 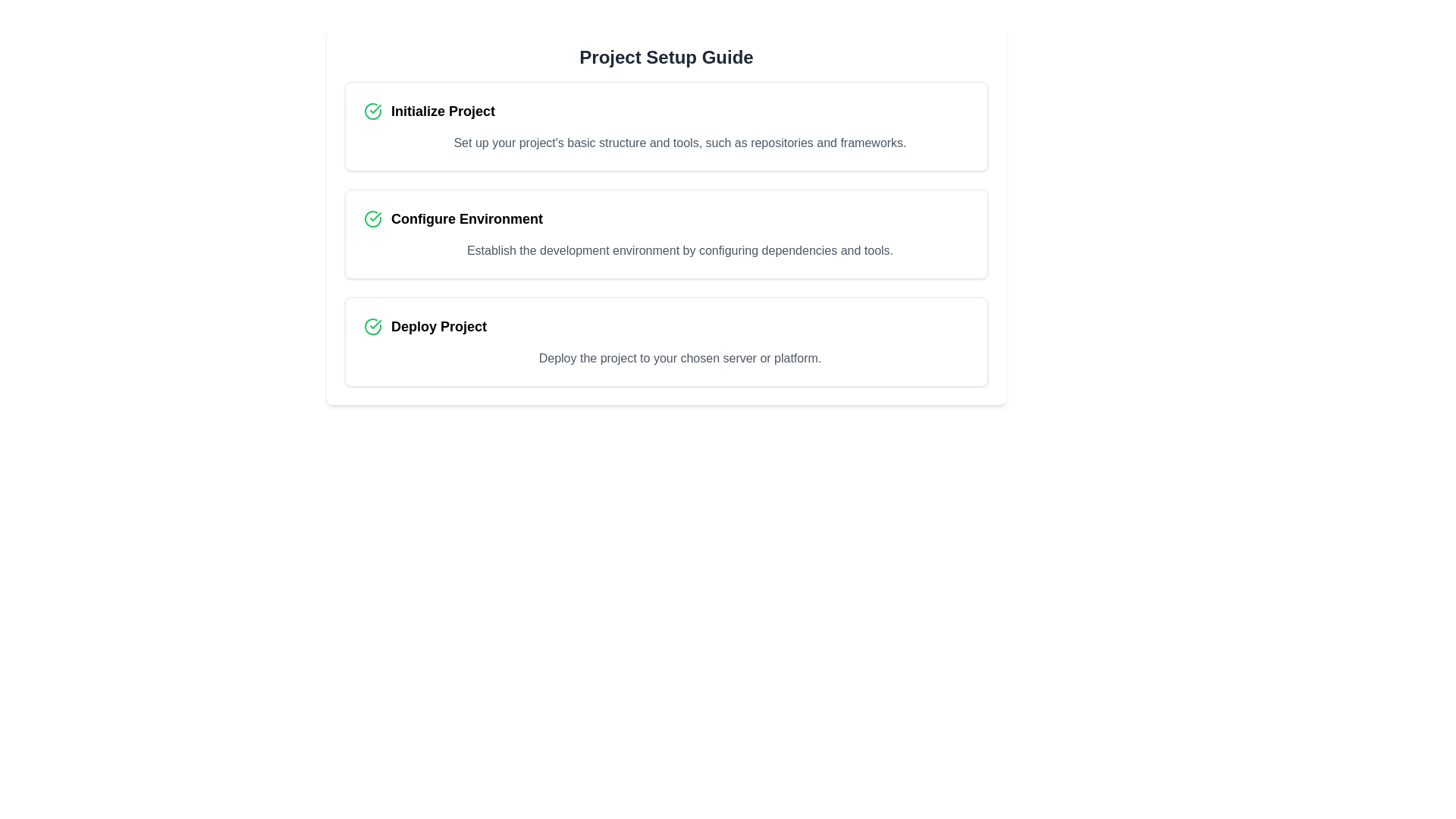 What do you see at coordinates (438, 326) in the screenshot?
I see `text label that serves as the title for the action 'Deploy Project', located in the third section of the 'Project Setup Guide', positioned to the right of the green circular icon with a checkmark` at bounding box center [438, 326].